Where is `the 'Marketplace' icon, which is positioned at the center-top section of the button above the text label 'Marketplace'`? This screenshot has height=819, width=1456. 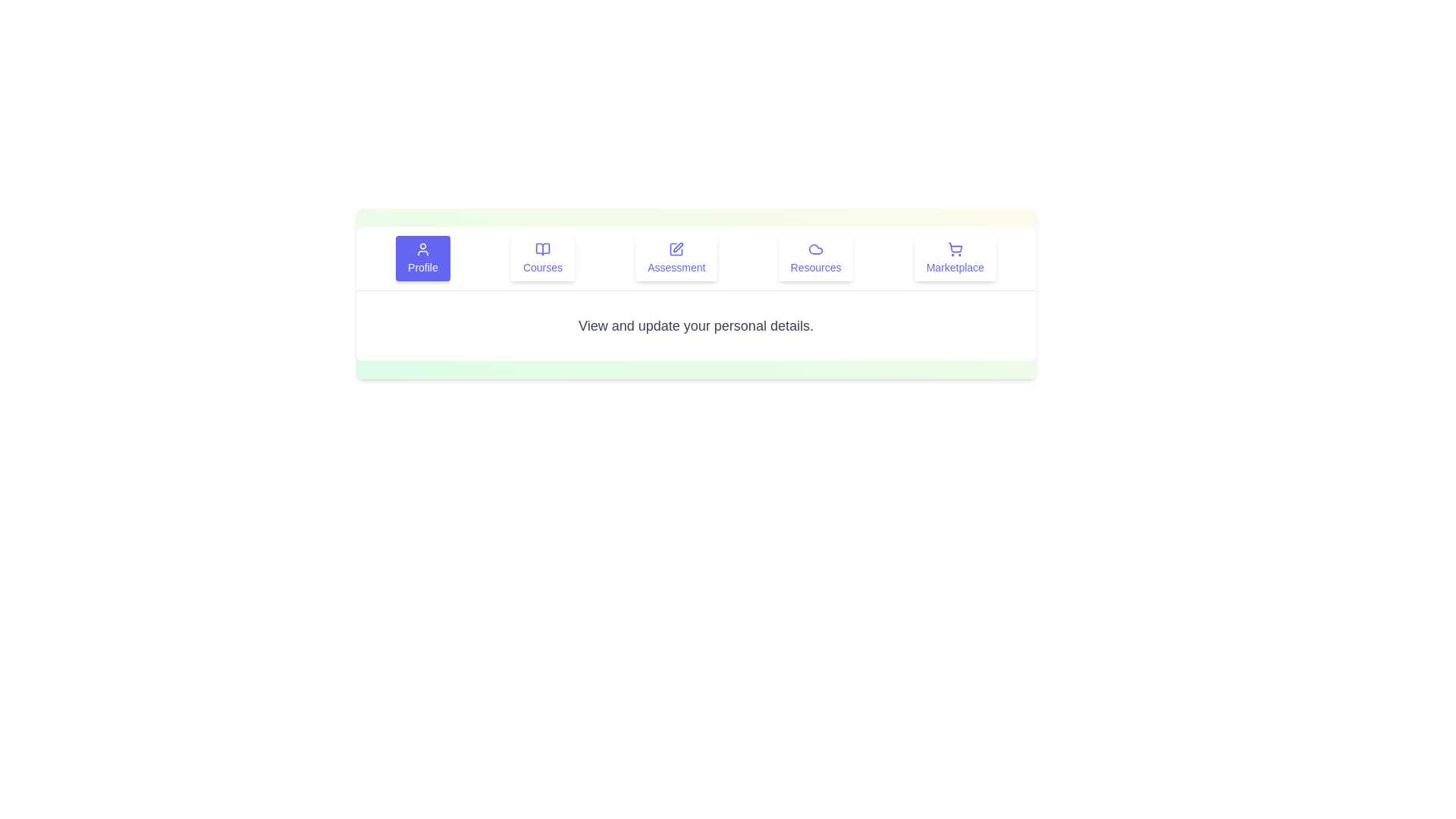
the 'Marketplace' icon, which is positioned at the center-top section of the button above the text label 'Marketplace' is located at coordinates (954, 248).